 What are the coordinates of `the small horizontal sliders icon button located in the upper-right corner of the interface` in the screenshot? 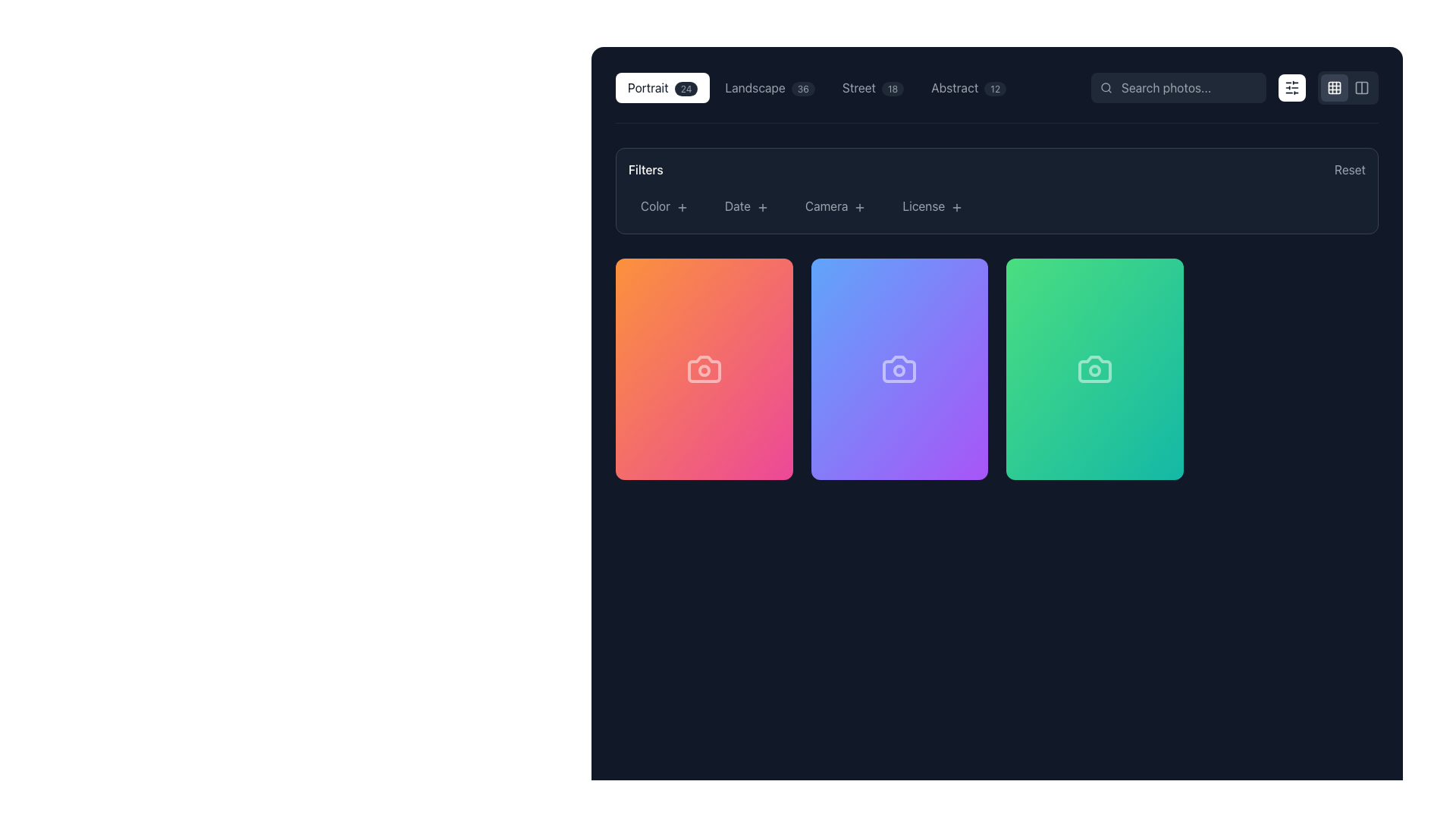 It's located at (1291, 87).